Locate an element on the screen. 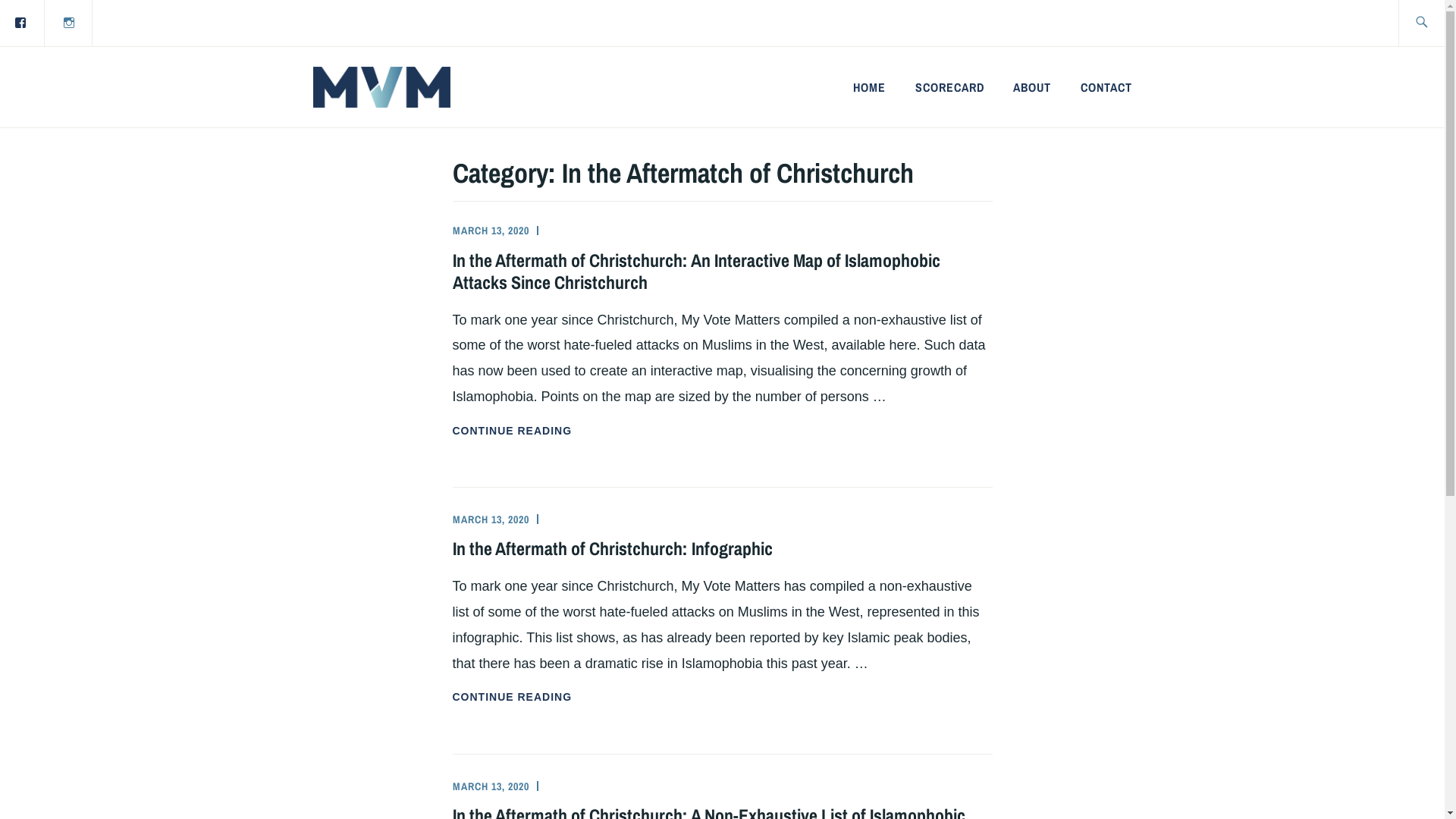  'SCORECARD' is located at coordinates (914, 87).